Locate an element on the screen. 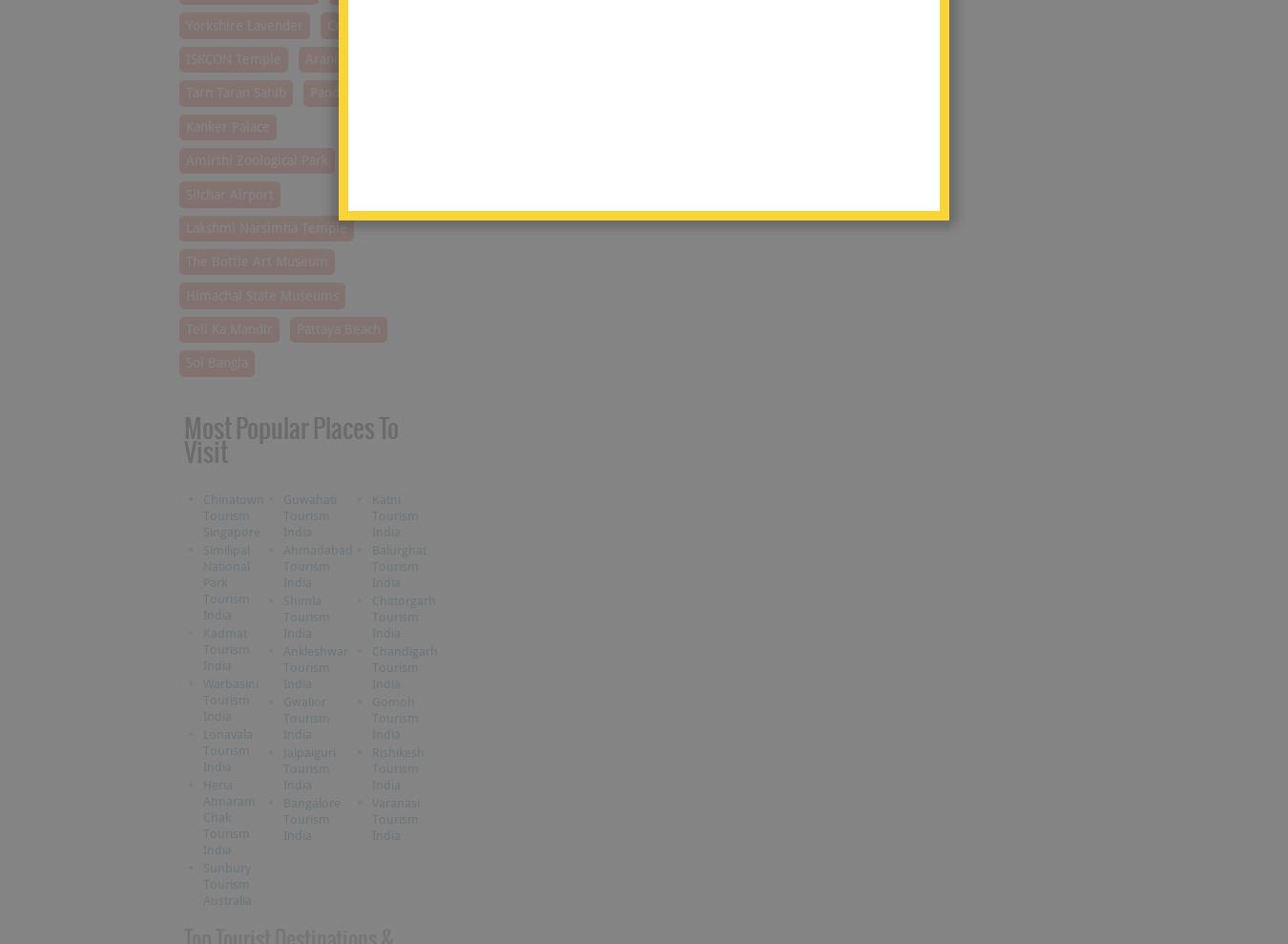 The height and width of the screenshot is (944, 1288). 'Teli Ka Mandir' is located at coordinates (227, 327).